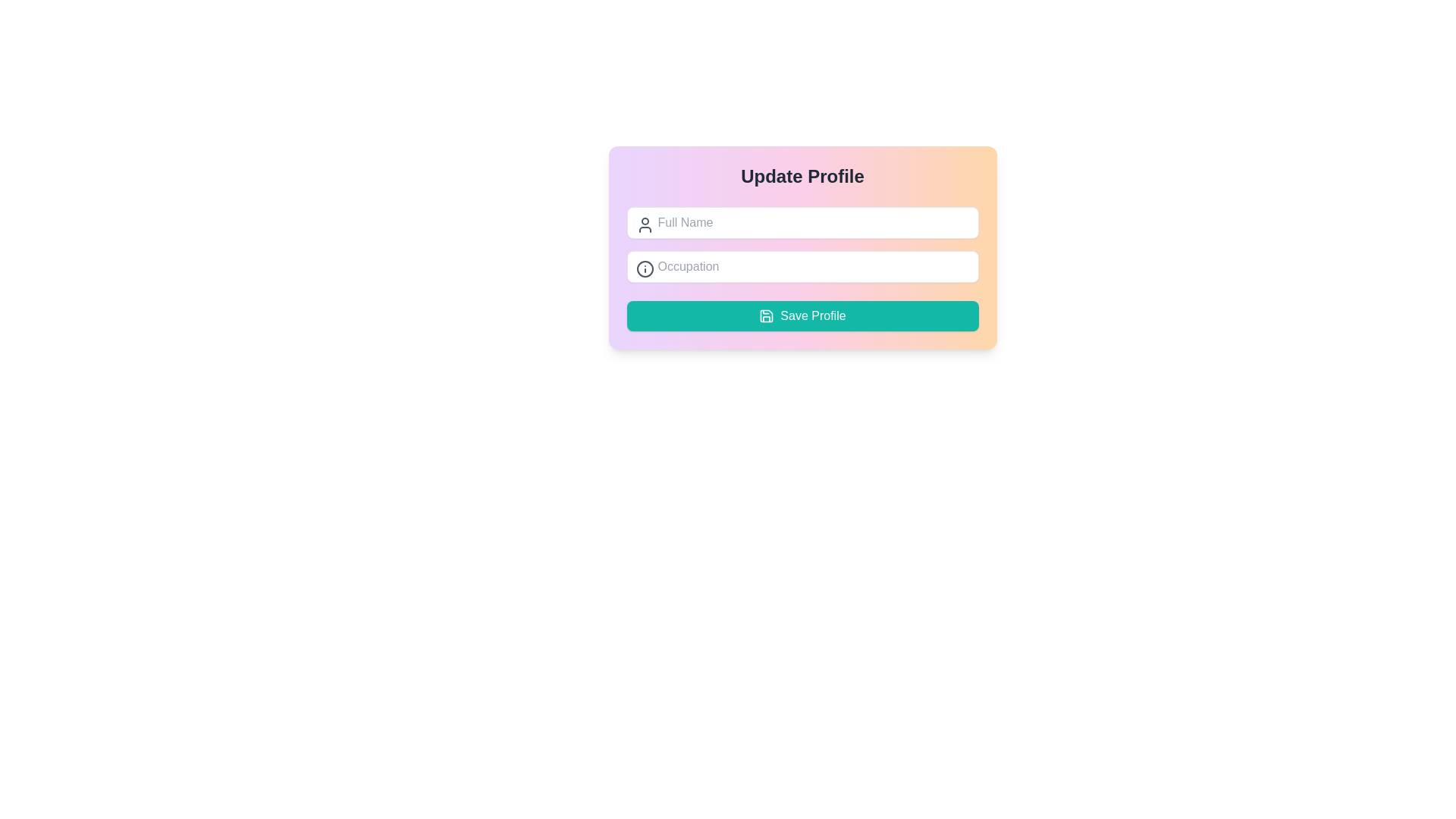 The width and height of the screenshot is (1456, 819). What do you see at coordinates (645, 268) in the screenshot?
I see `the SVG Circle Element located to the left of the 'Occupation' input field, which visually represents part of an informational or decorative icon` at bounding box center [645, 268].